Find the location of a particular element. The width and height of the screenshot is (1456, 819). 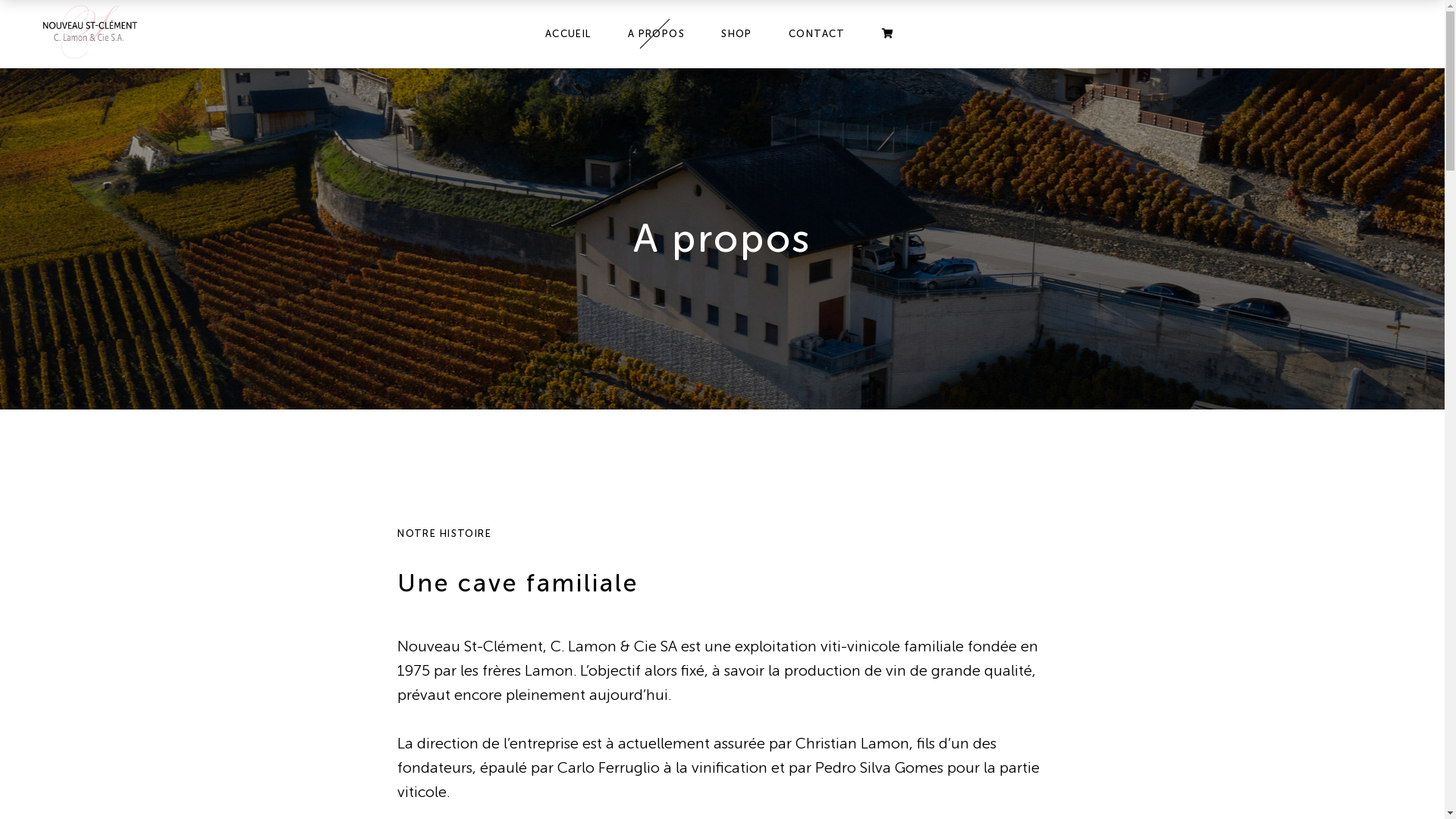

'A PROPOS' is located at coordinates (610, 34).